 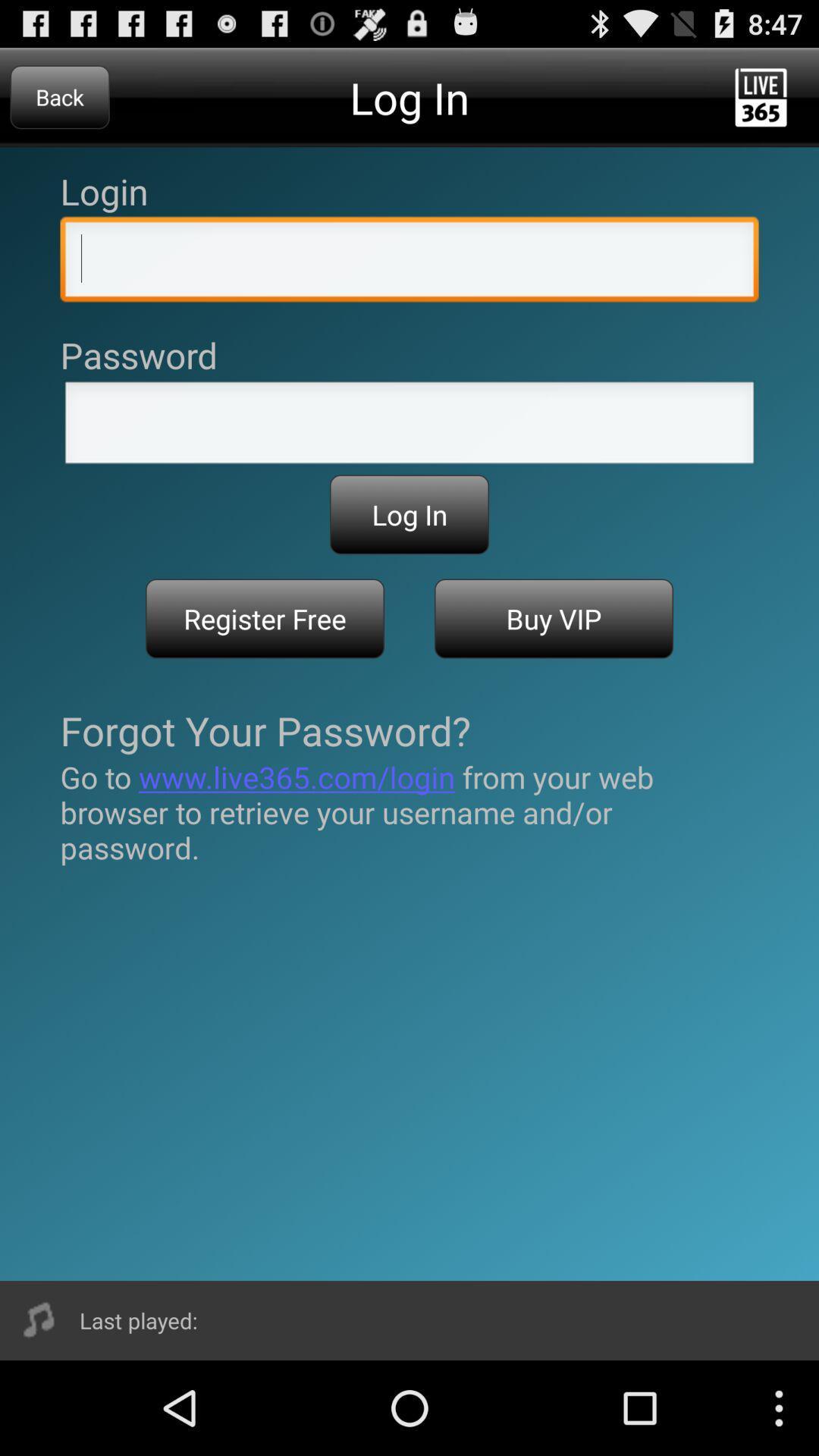 What do you see at coordinates (554, 619) in the screenshot?
I see `the icon above forgot your password?` at bounding box center [554, 619].